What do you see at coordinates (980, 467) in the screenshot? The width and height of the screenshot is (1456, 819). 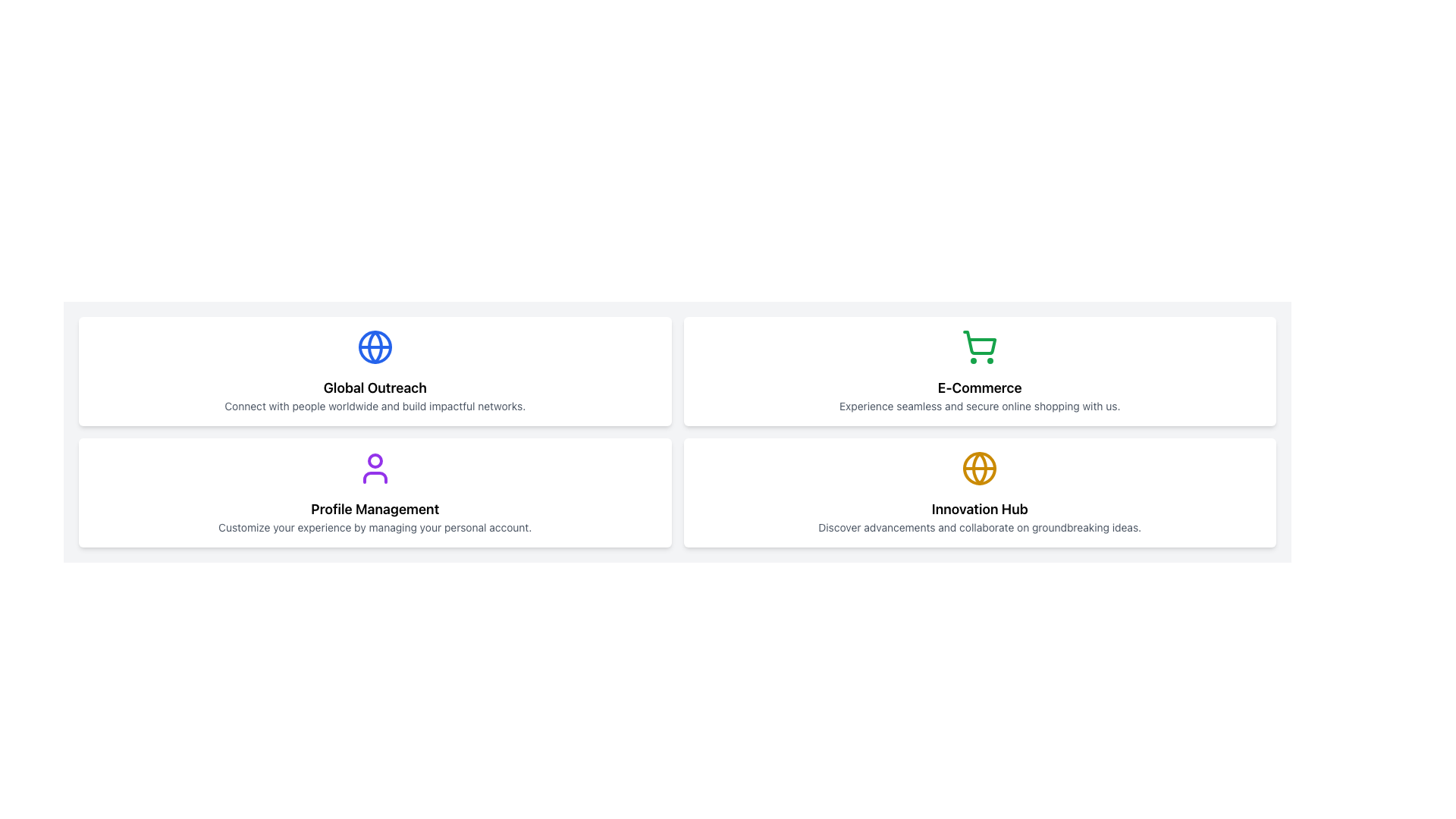 I see `the circular yellow globe icon with latitudinal and longitudinal lines, located in the bottom-right panel under 'Innovation Hub'` at bounding box center [980, 467].